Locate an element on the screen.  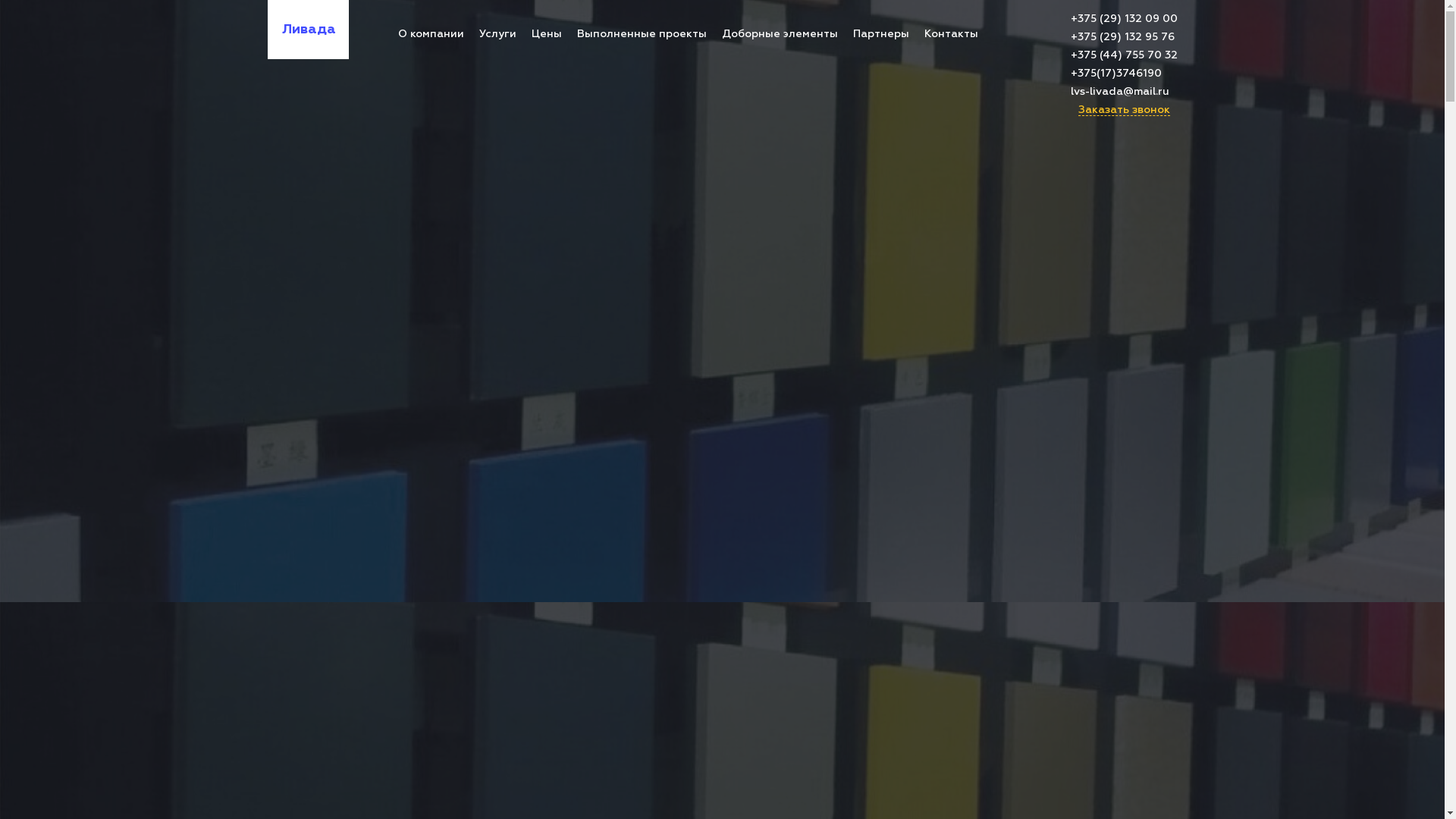
'+375(17)3746190' is located at coordinates (1124, 73).